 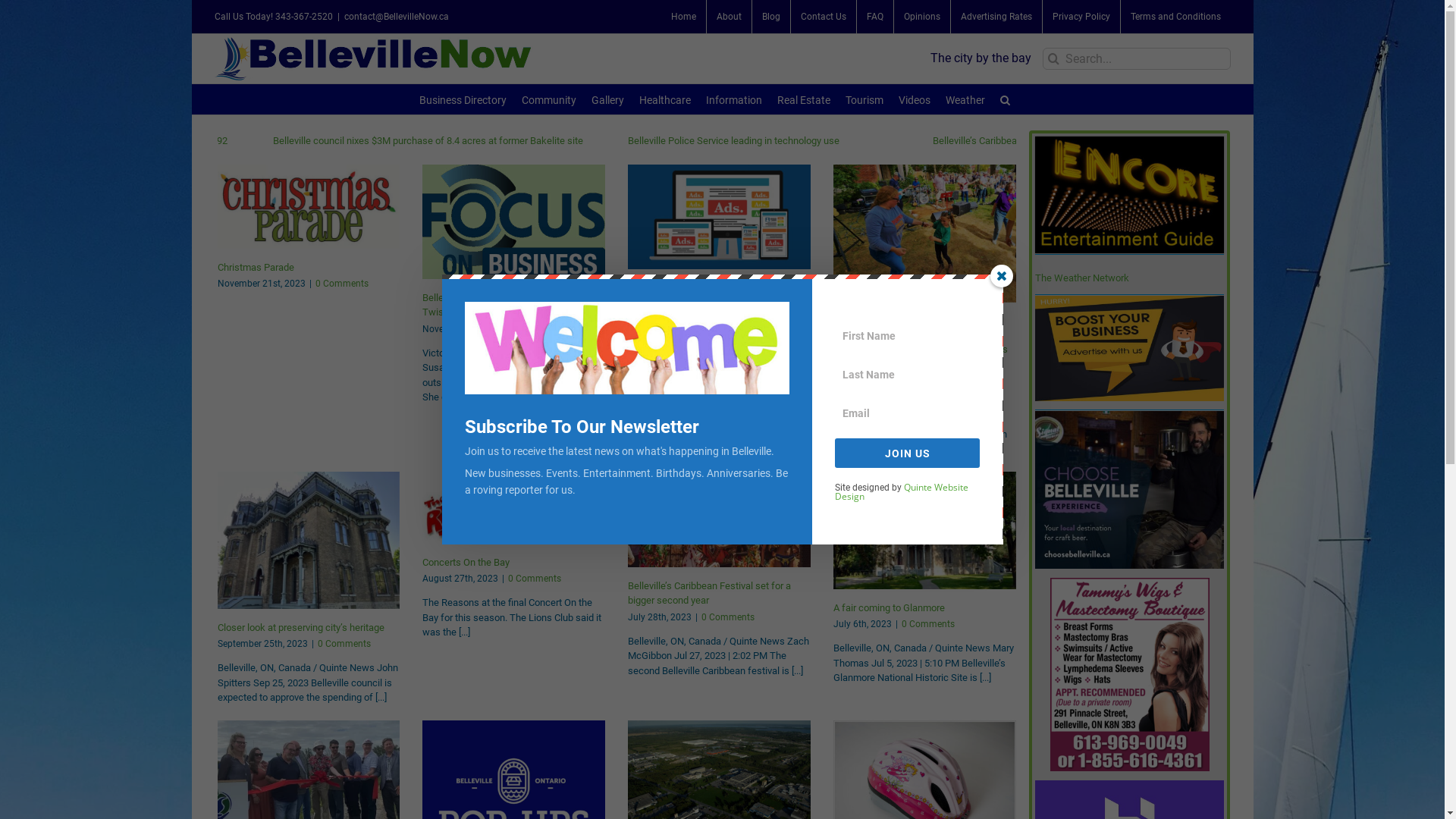 I want to click on 'Business Directory', so click(x=462, y=99).